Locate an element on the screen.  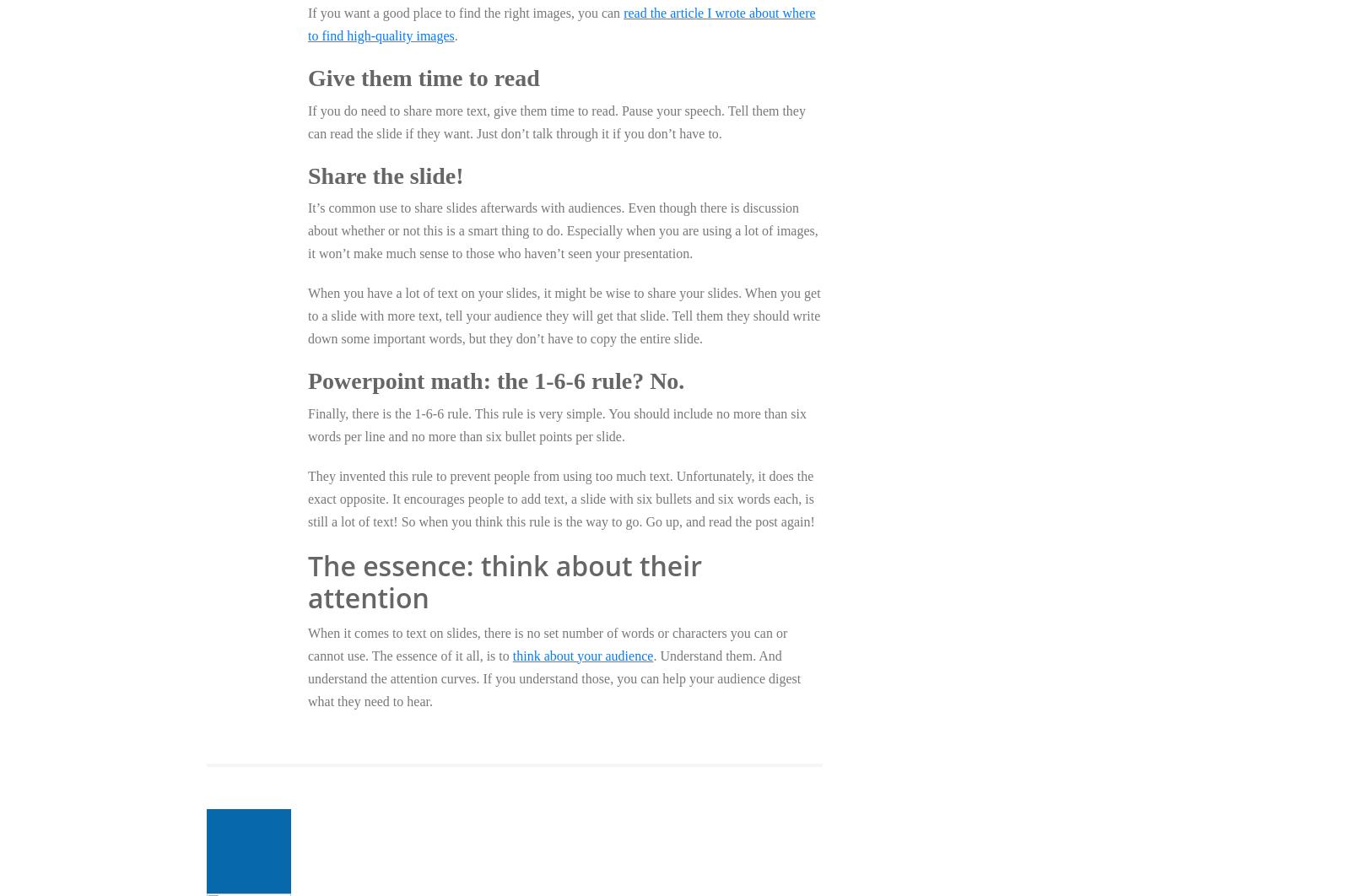
'read the article I wrote about where to find high-quality images' is located at coordinates (561, 24).